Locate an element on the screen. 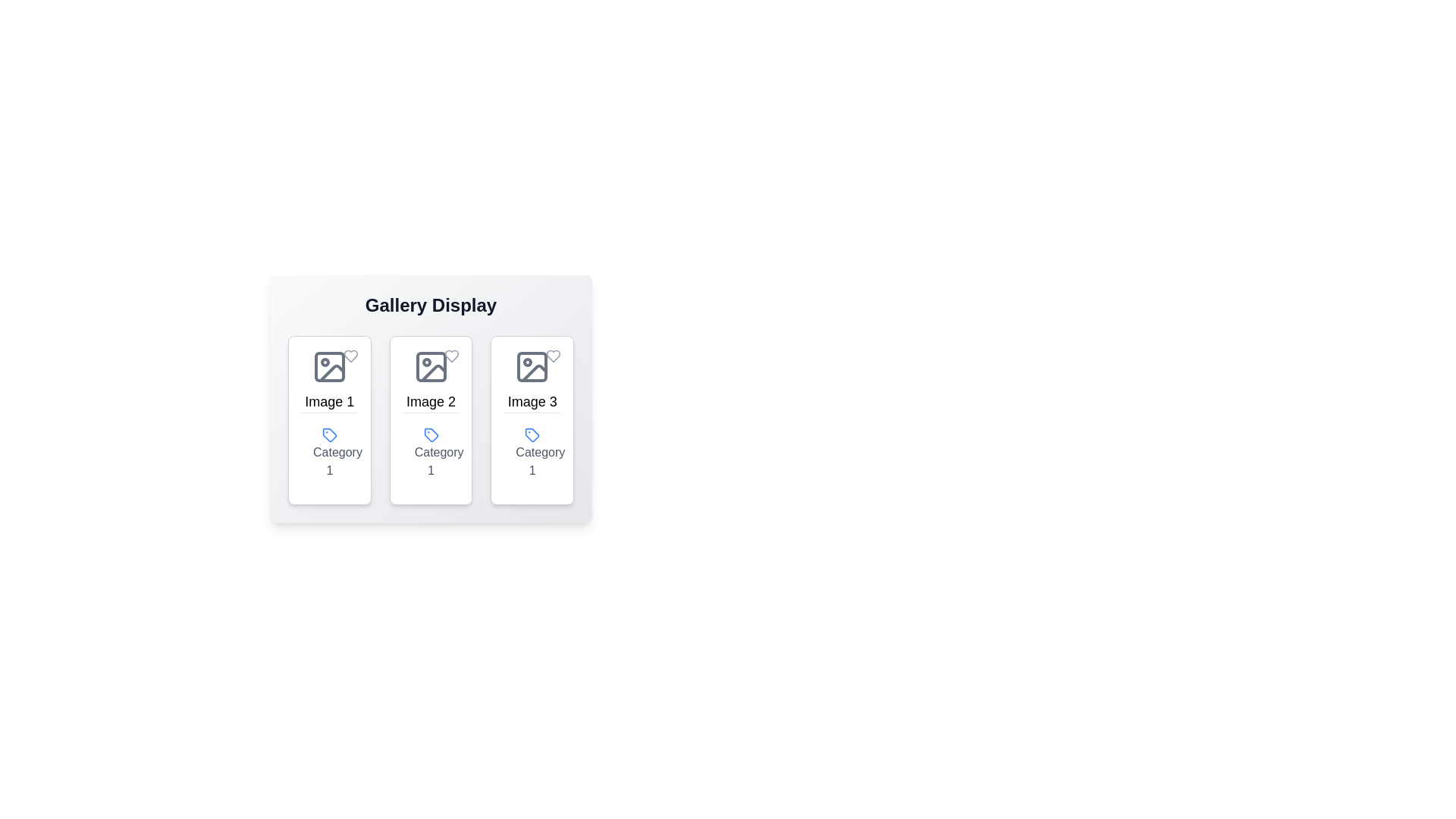 The width and height of the screenshot is (1456, 819). the text label 'Category 1' styled in gray, located below the blue tag icon in the first card of a set of three cards is located at coordinates (337, 460).